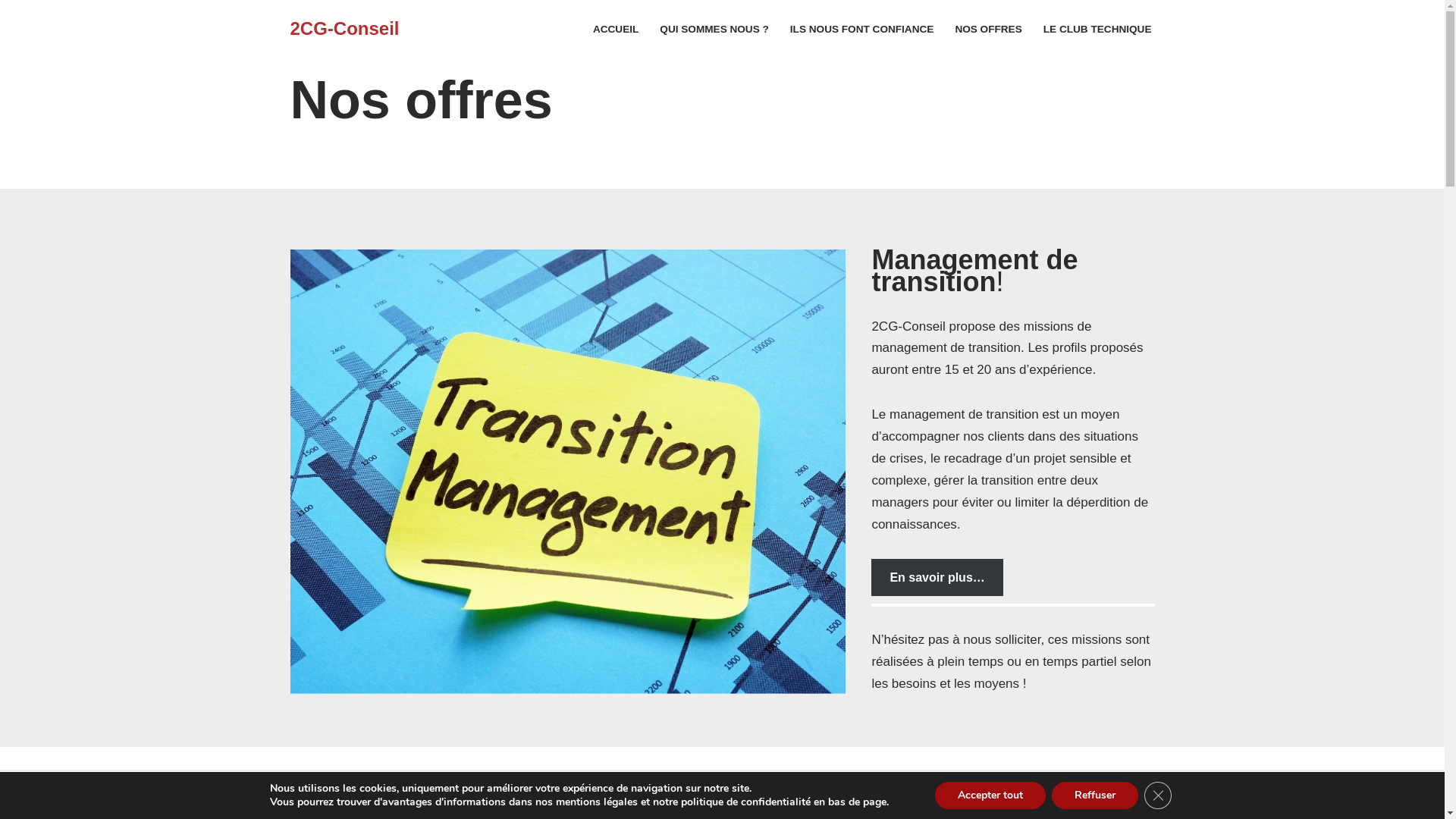  What do you see at coordinates (615, 29) in the screenshot?
I see `'ACCUEIL'` at bounding box center [615, 29].